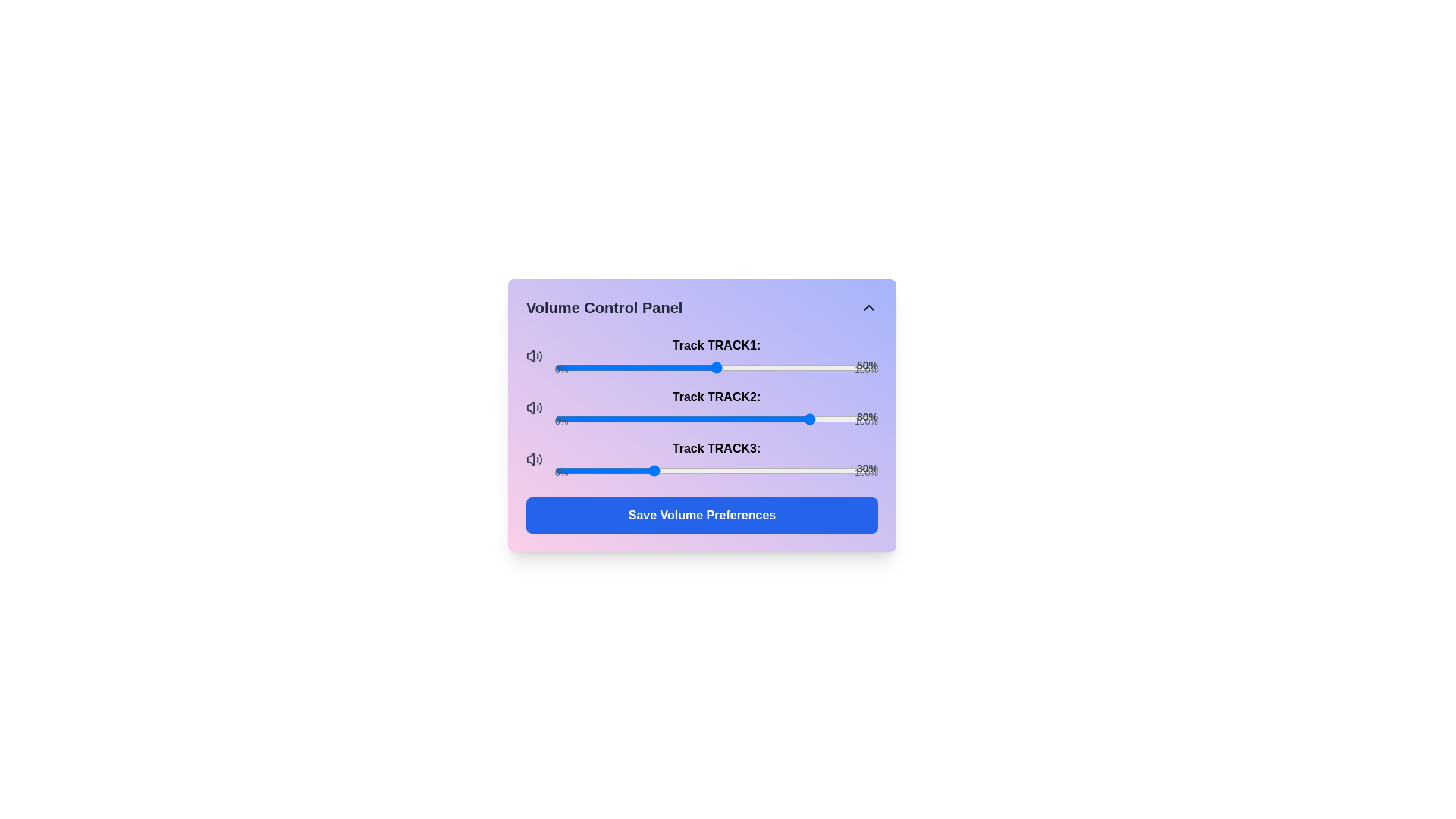 The width and height of the screenshot is (1456, 819). What do you see at coordinates (570, 368) in the screenshot?
I see `the volume of 'Track TRACK1'` at bounding box center [570, 368].